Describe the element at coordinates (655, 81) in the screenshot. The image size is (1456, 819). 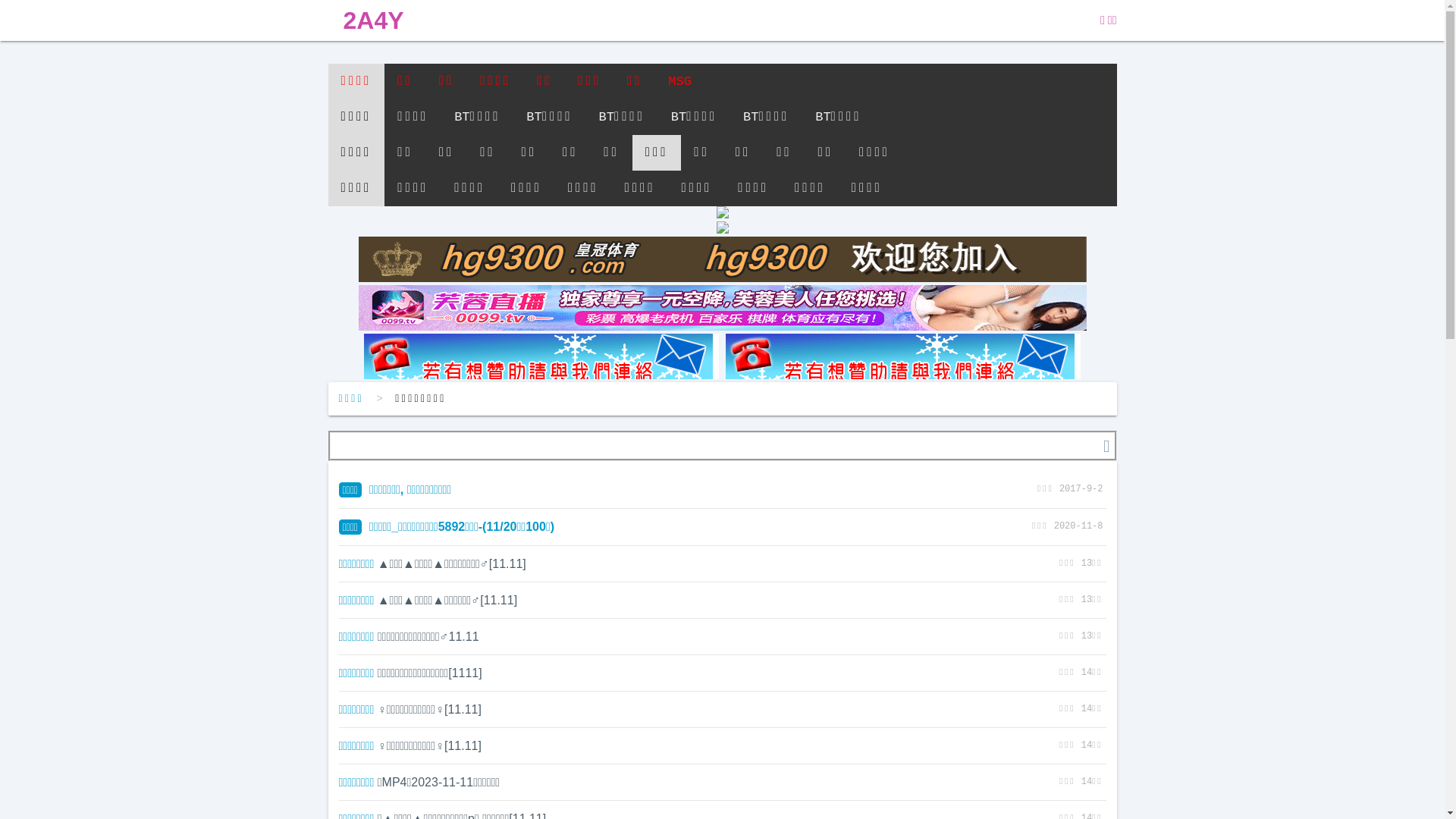
I see `'MSG'` at that location.